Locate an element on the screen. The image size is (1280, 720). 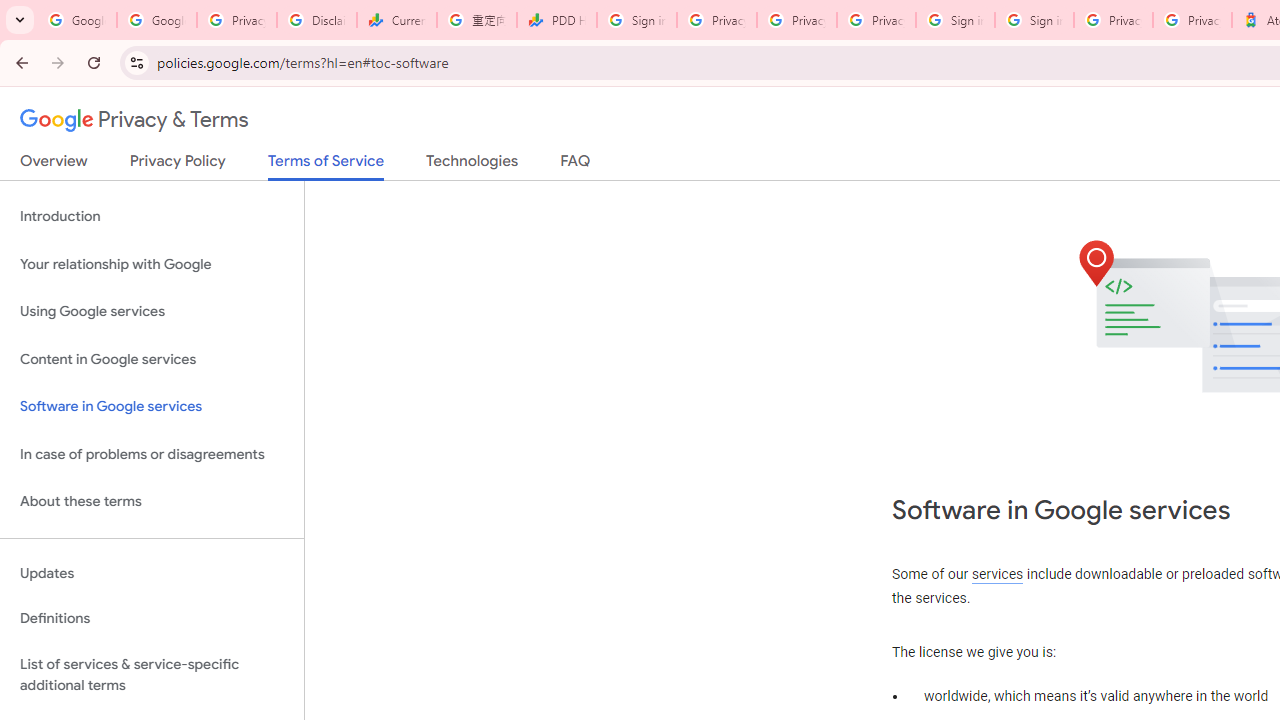
'In case of problems or disagreements' is located at coordinates (151, 454).